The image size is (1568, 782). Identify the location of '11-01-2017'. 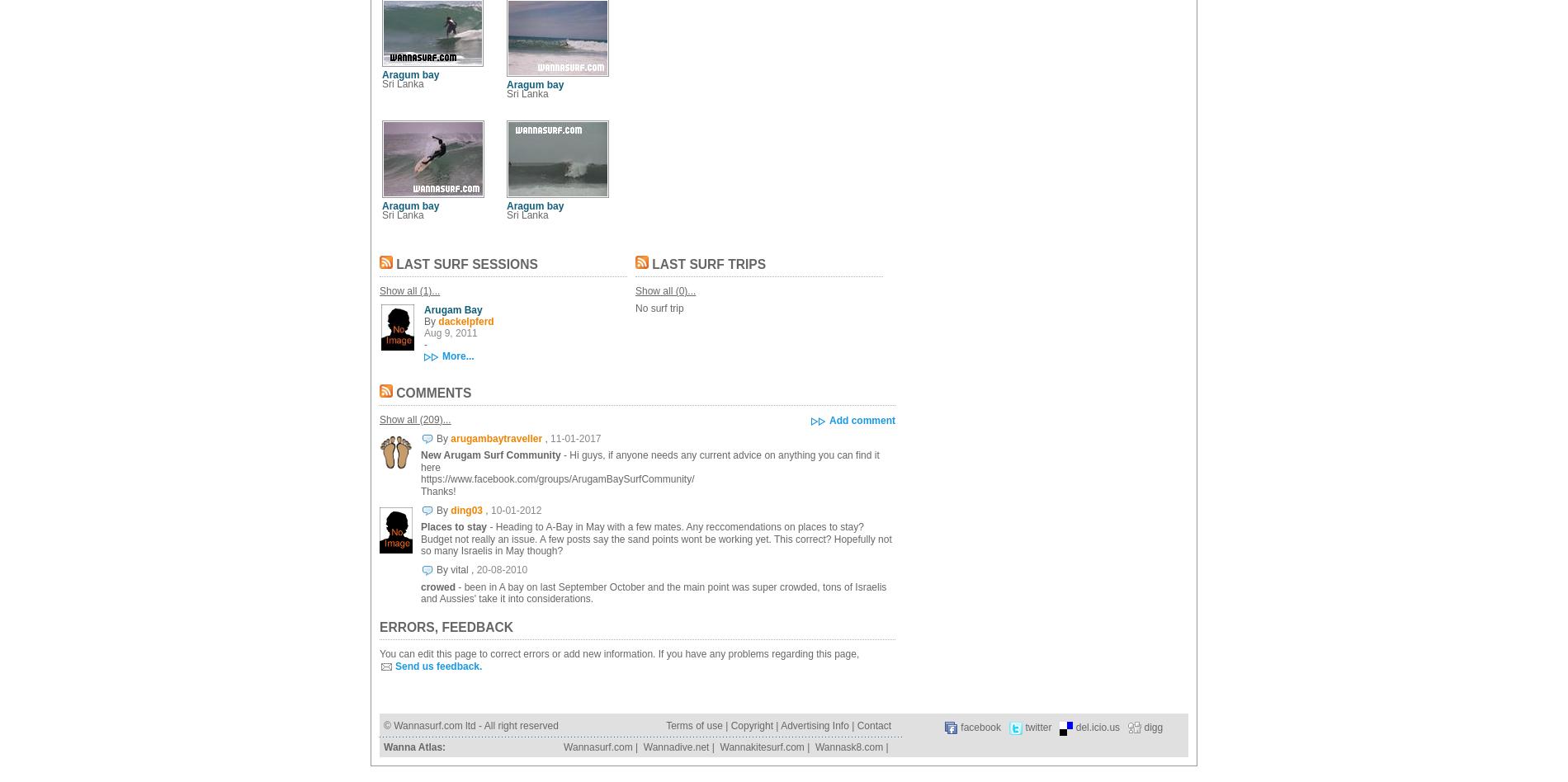
(575, 437).